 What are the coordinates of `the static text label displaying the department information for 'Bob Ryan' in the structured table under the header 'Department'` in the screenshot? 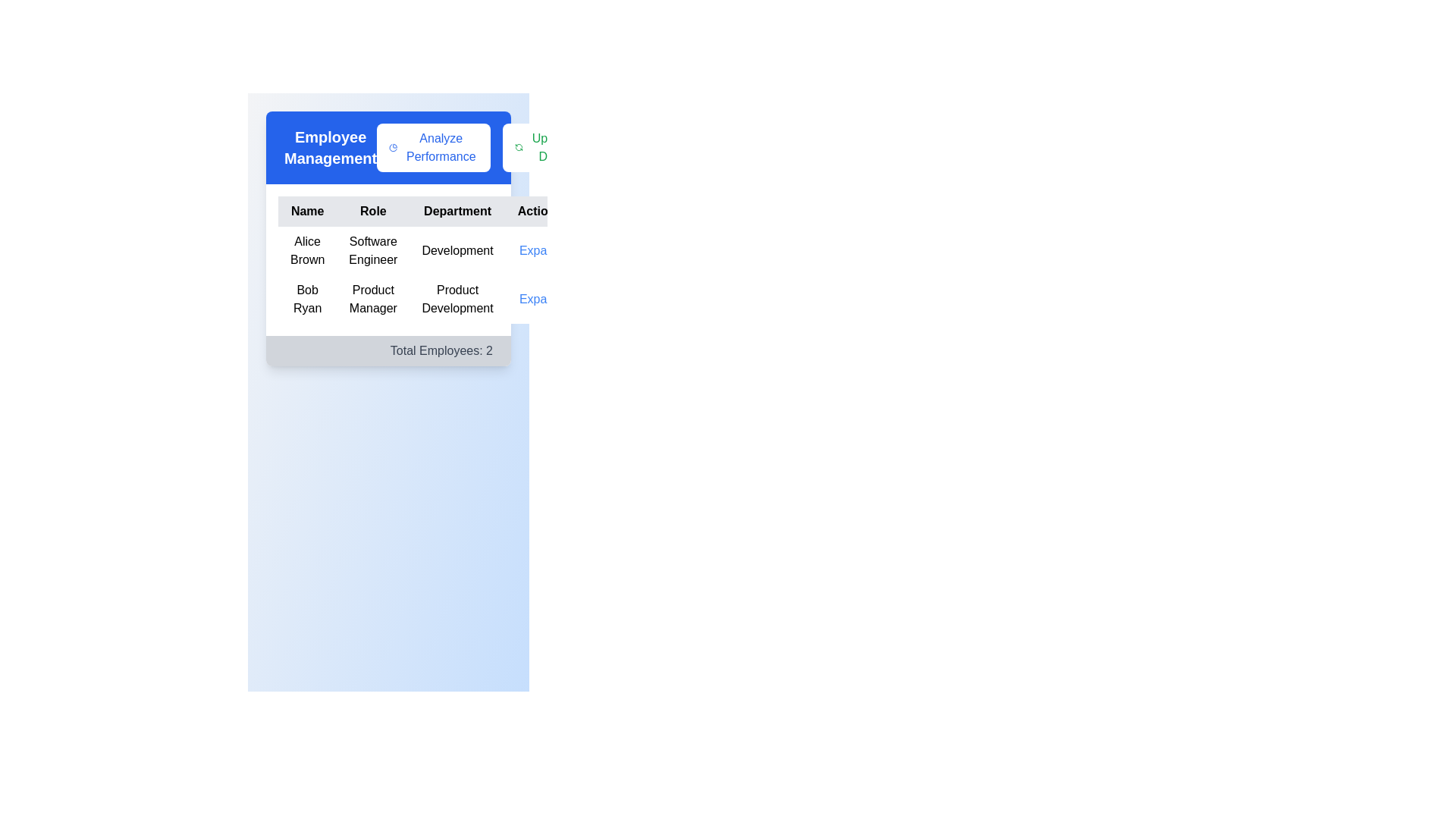 It's located at (457, 299).